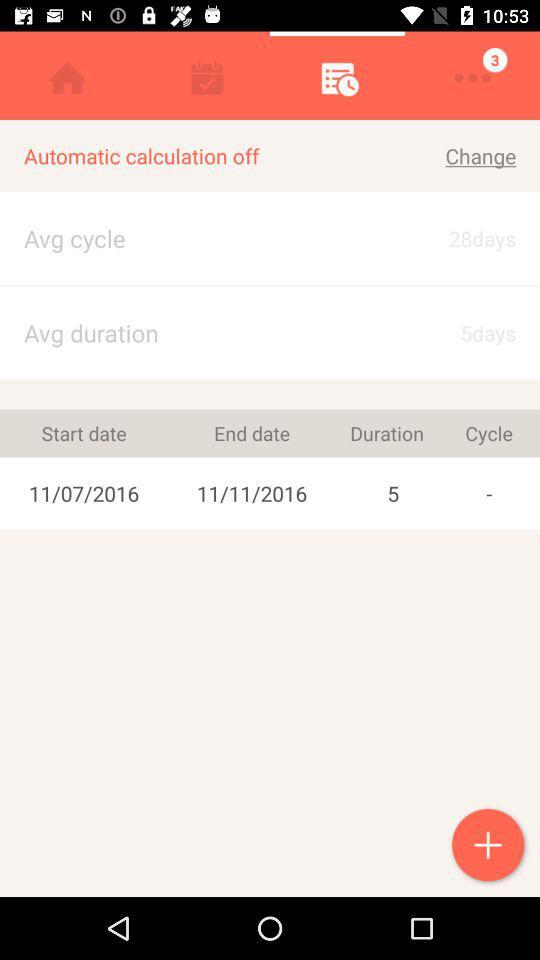 This screenshot has height=960, width=540. Describe the element at coordinates (189, 333) in the screenshot. I see `app next to the 28days item` at that location.